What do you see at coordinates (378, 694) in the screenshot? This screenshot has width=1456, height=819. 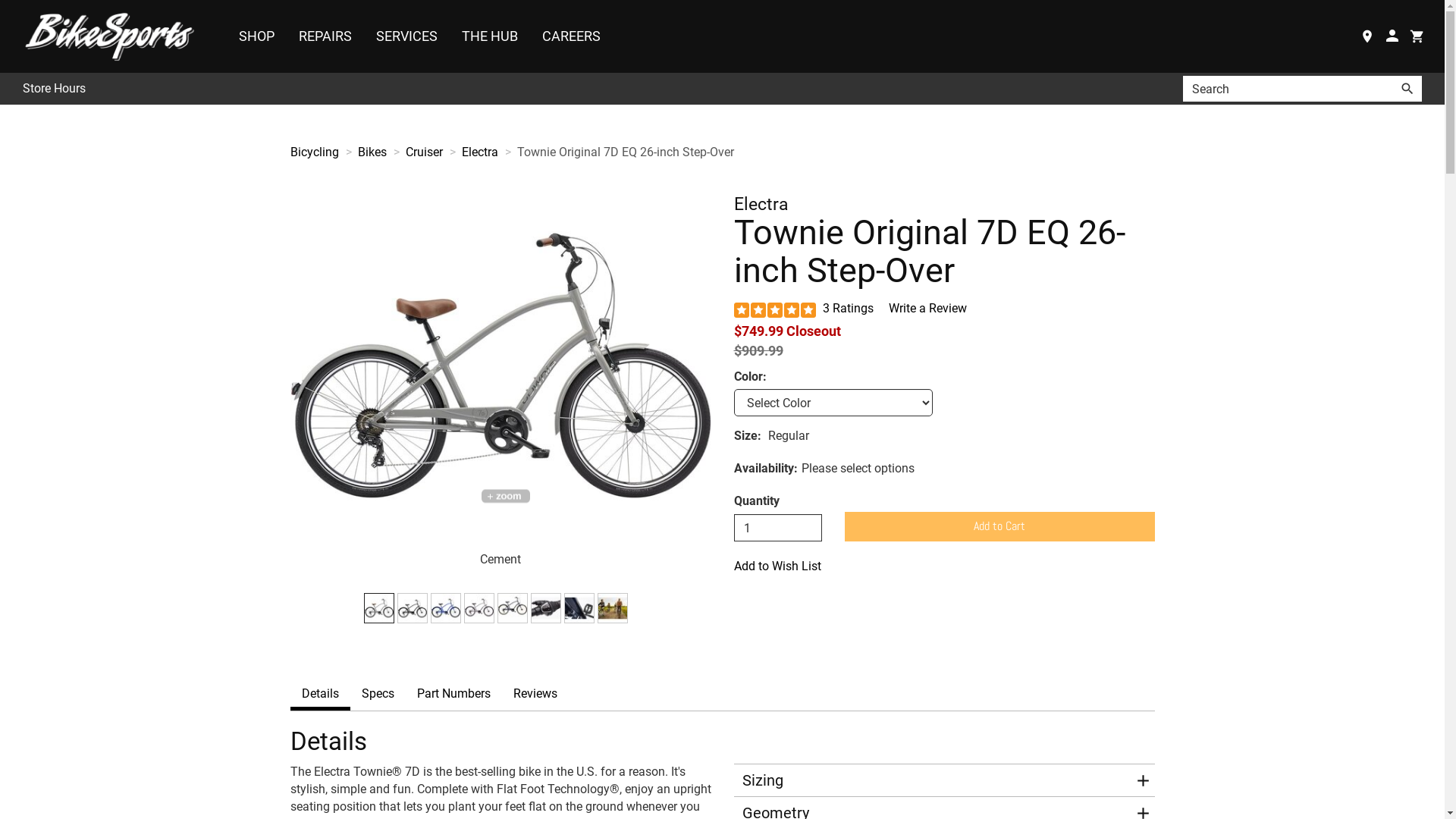 I see `'Specs'` at bounding box center [378, 694].